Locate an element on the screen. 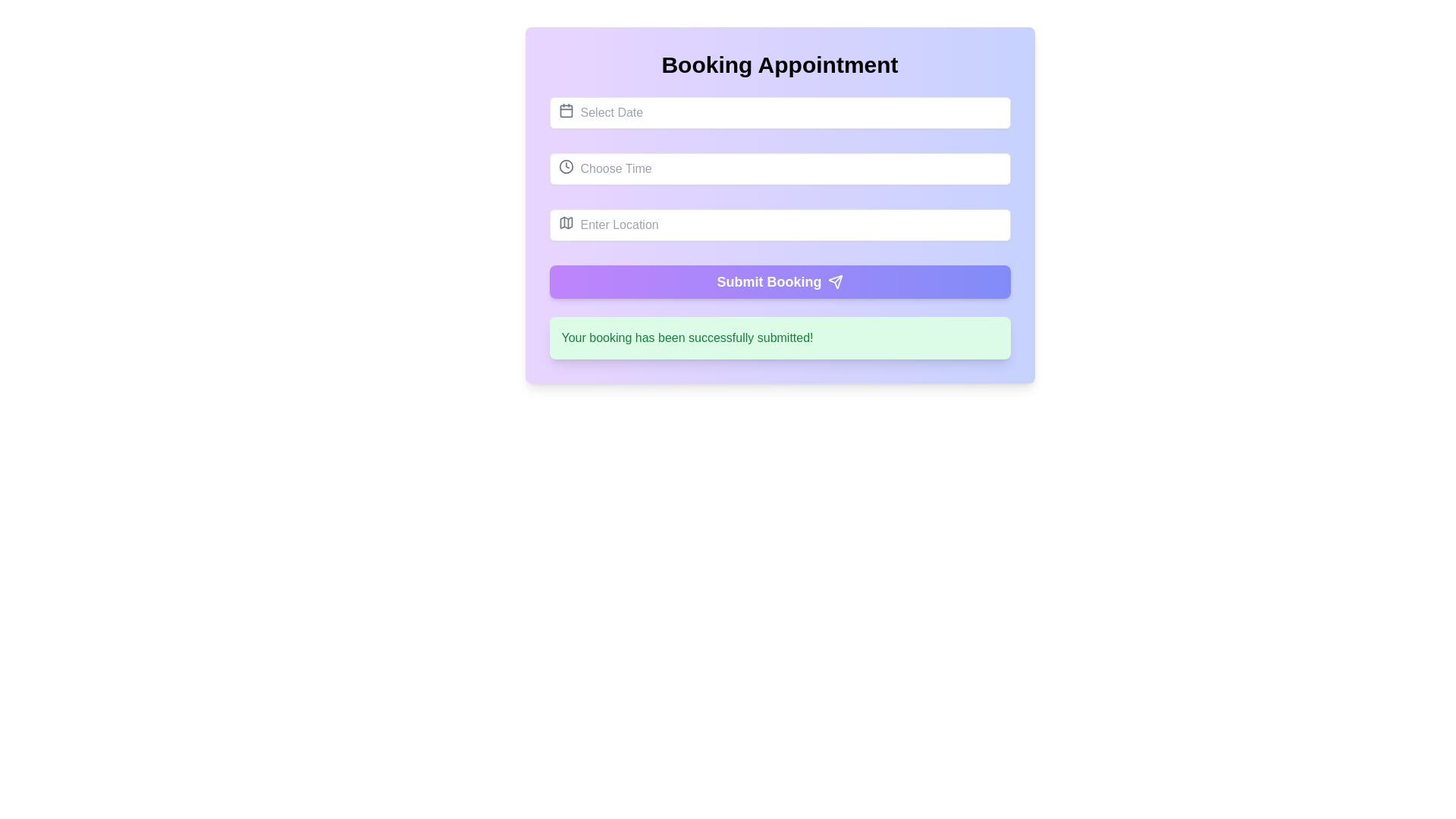 The height and width of the screenshot is (819, 1456). the 'Submit Booking' button which contains a triangular SVG vector graphic resembling an arrow or paper plane, positioned on the right side of the button is located at coordinates (834, 281).